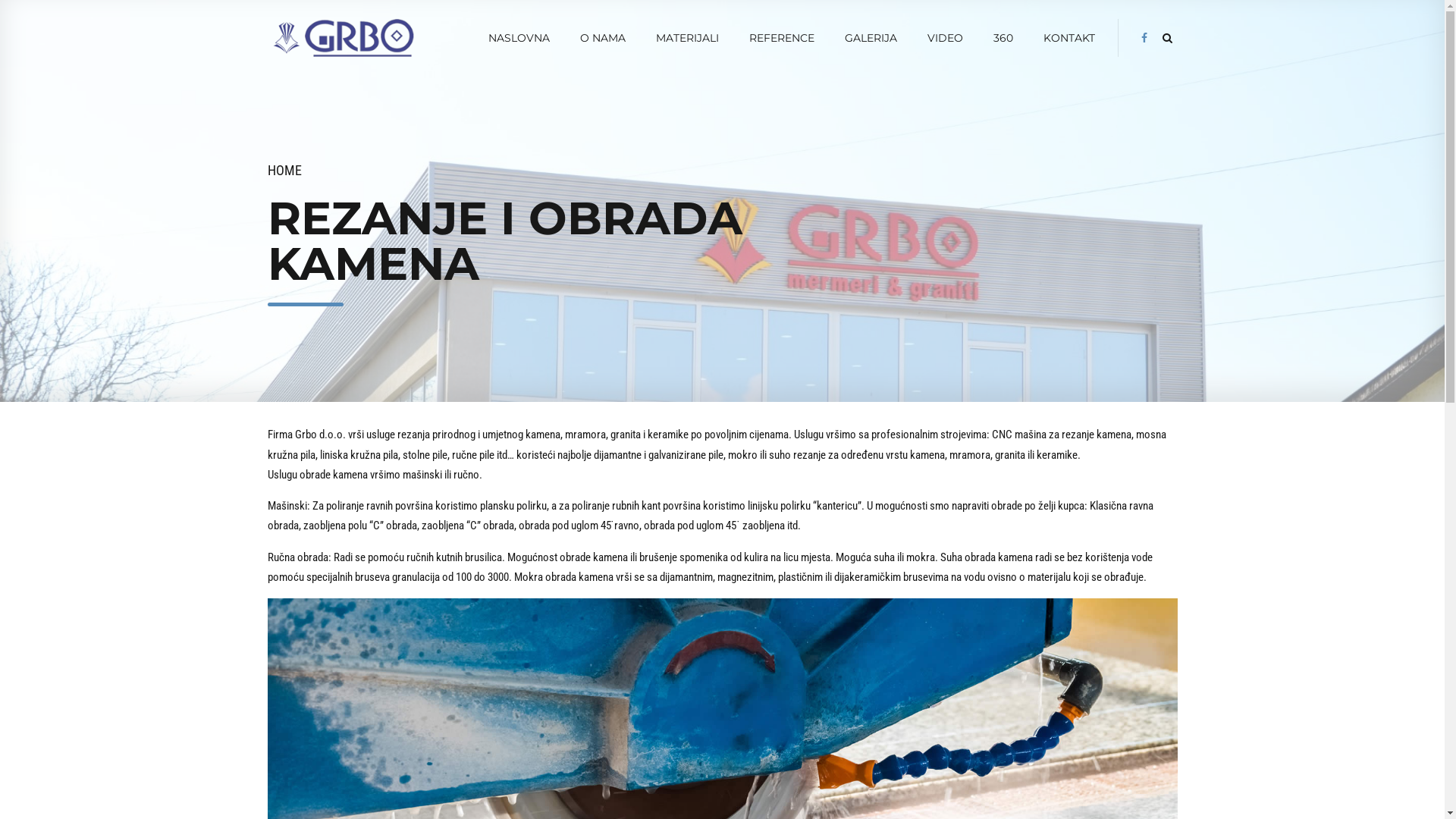  Describe the element at coordinates (944, 37) in the screenshot. I see `'VIDEO'` at that location.